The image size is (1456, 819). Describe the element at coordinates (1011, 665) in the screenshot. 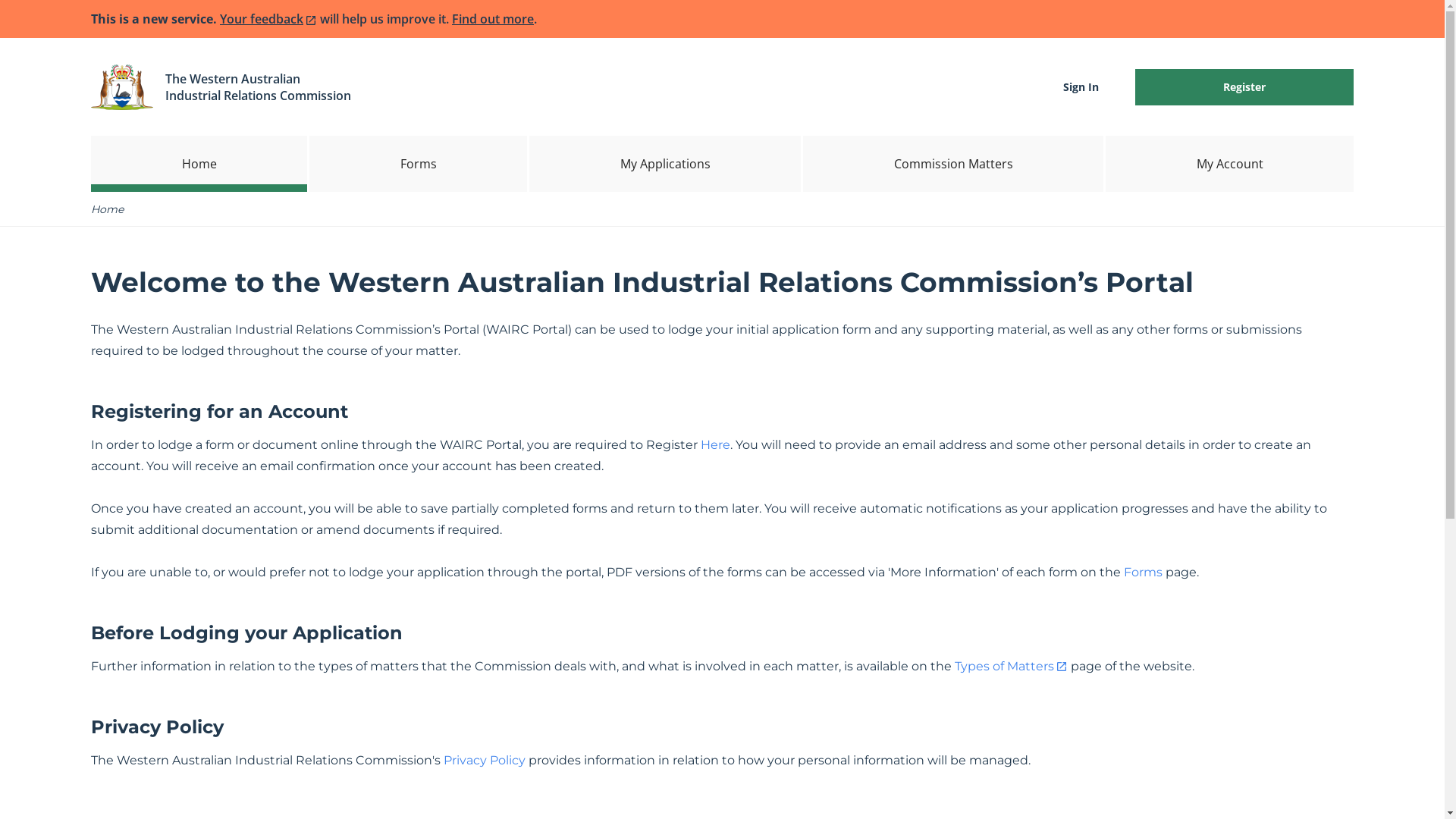

I see `'Types of Matters'` at that location.